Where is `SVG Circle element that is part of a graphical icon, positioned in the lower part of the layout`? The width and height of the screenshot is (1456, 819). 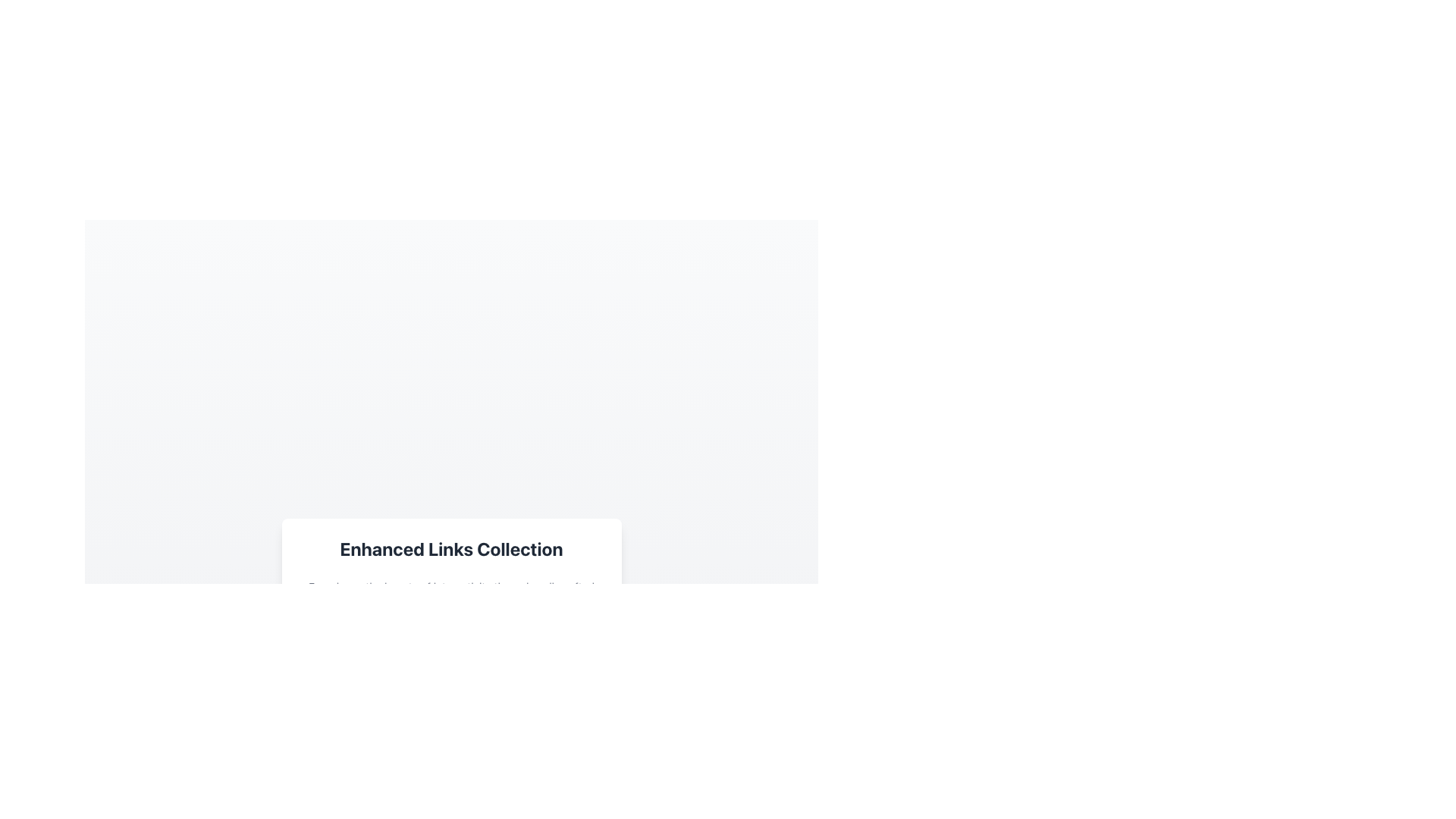
SVG Circle element that is part of a graphical icon, positioned in the lower part of the layout is located at coordinates (305, 663).